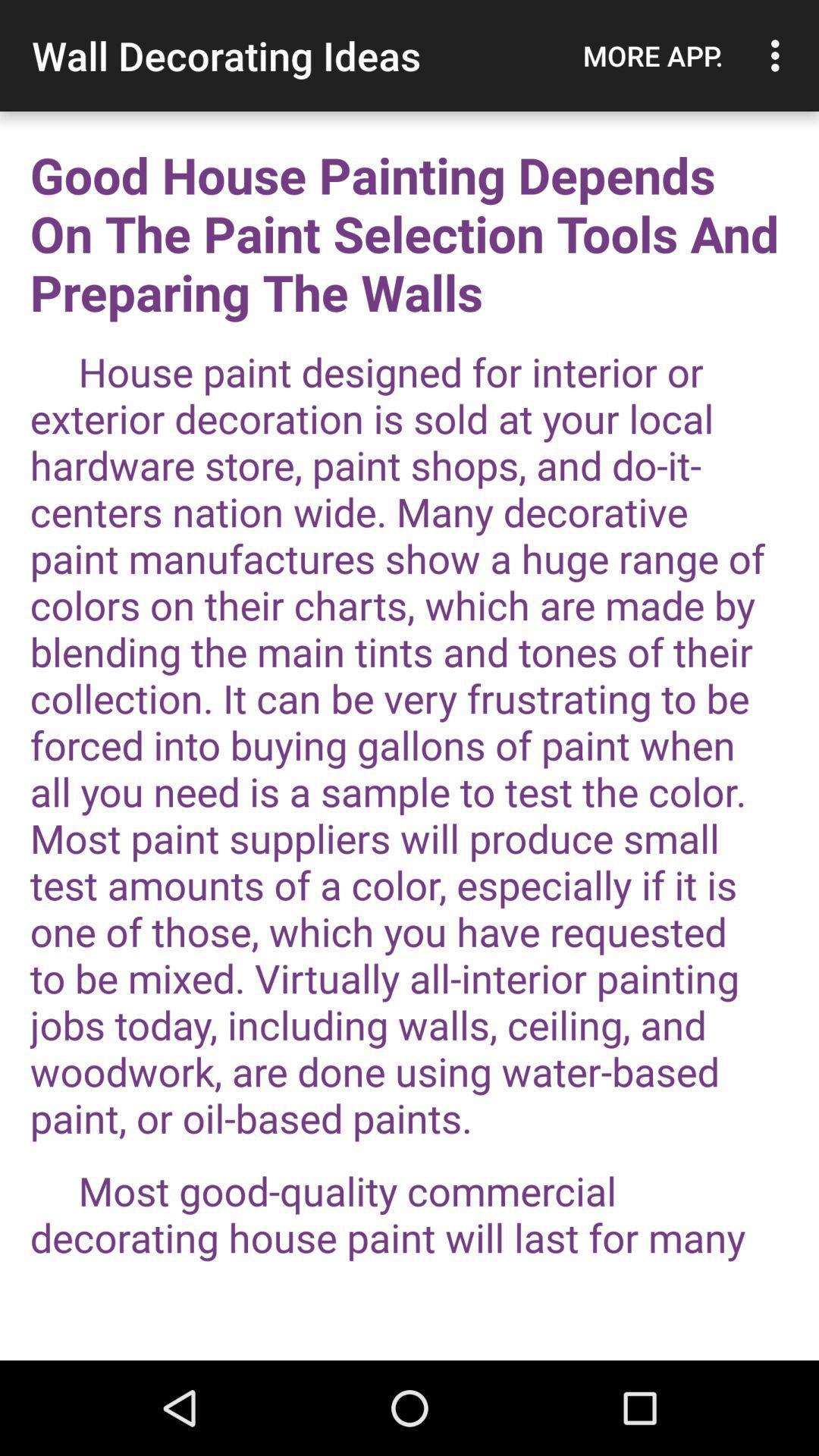  Describe the element at coordinates (779, 55) in the screenshot. I see `icon to the right of the more app. icon` at that location.